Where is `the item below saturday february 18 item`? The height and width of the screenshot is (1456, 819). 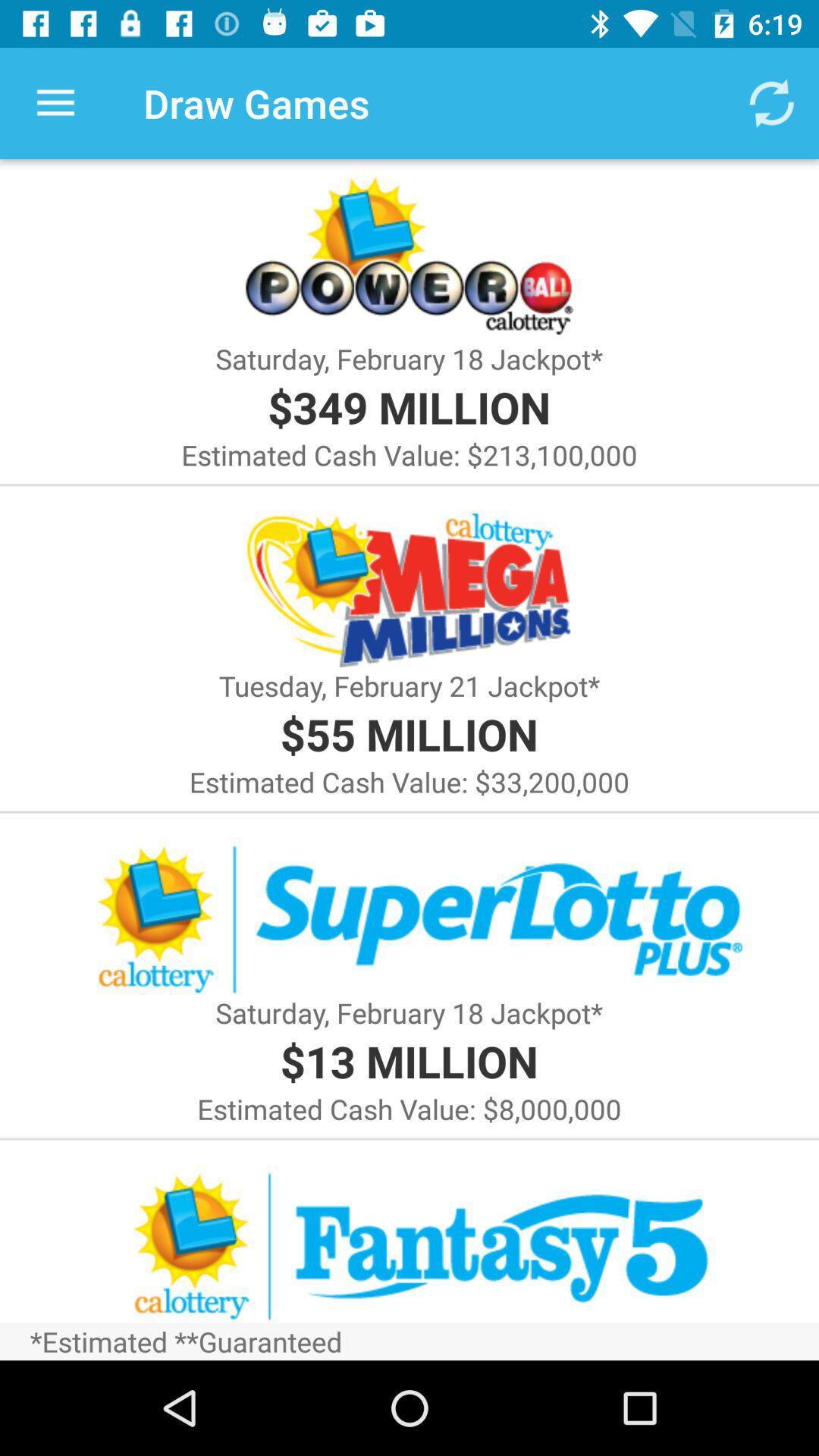
the item below saturday february 18 item is located at coordinates (408, 1060).